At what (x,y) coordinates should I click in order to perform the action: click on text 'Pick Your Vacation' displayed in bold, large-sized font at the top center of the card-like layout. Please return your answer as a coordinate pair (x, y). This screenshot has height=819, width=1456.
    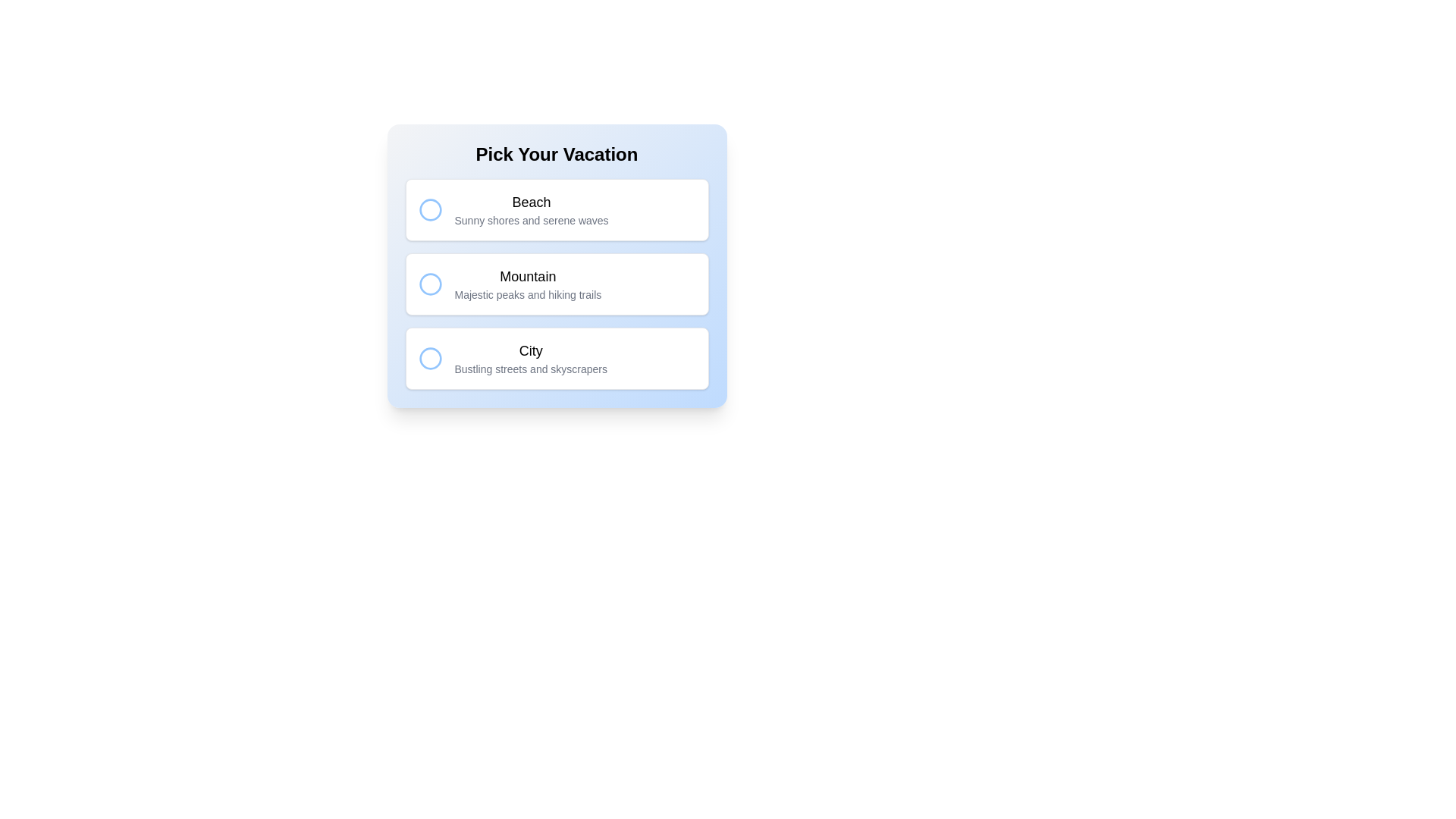
    Looking at the image, I should click on (556, 155).